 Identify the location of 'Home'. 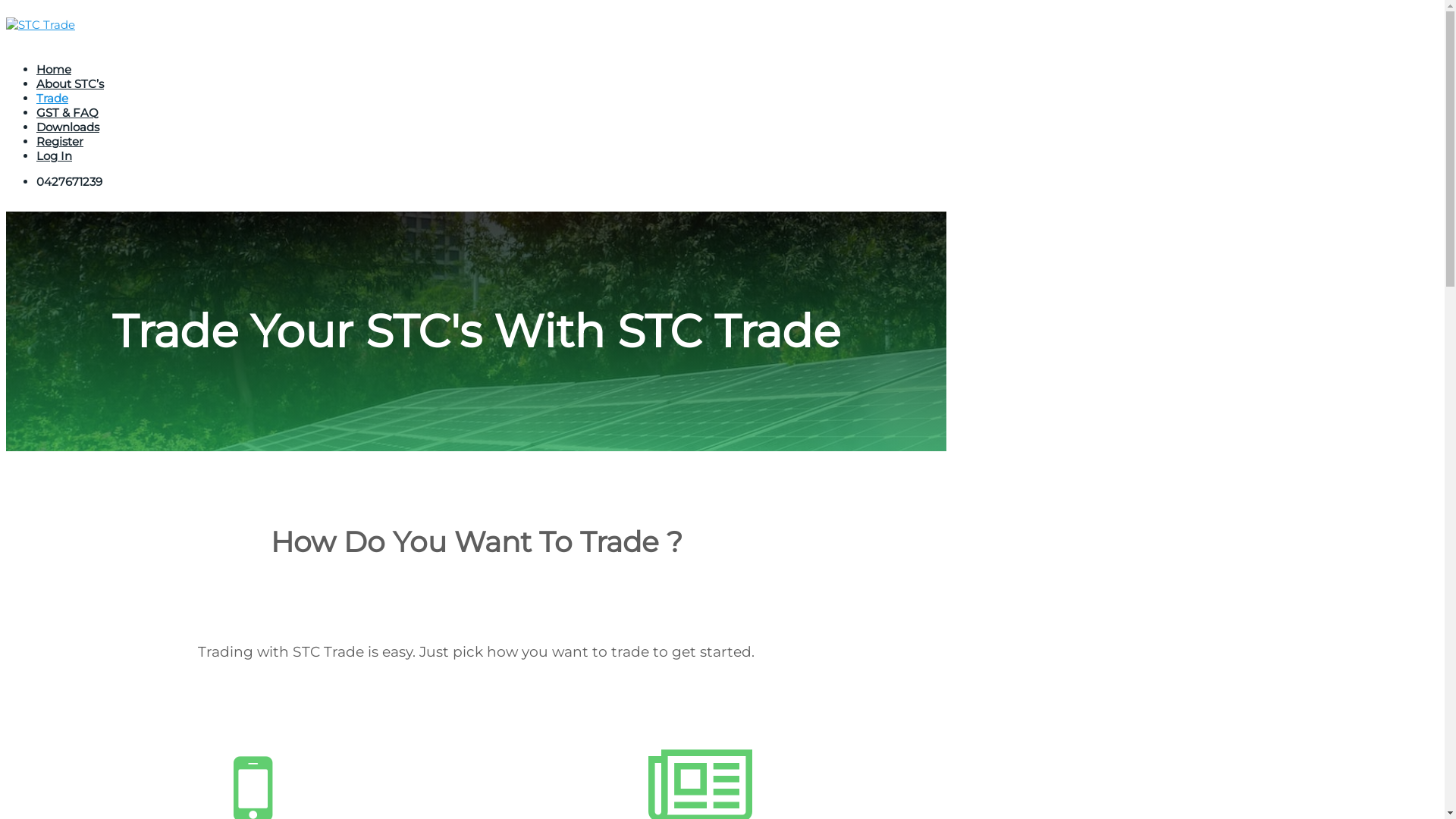
(54, 69).